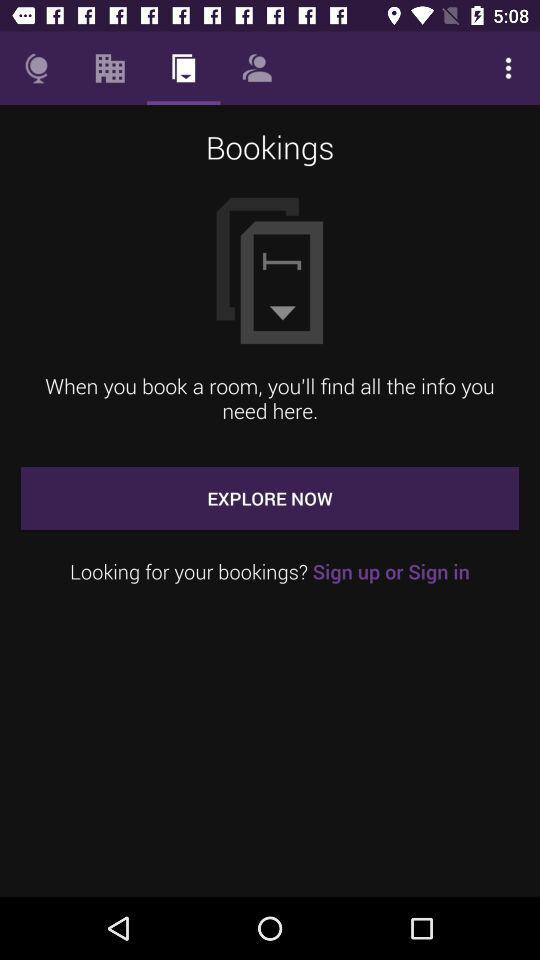  I want to click on the explore now item, so click(270, 497).